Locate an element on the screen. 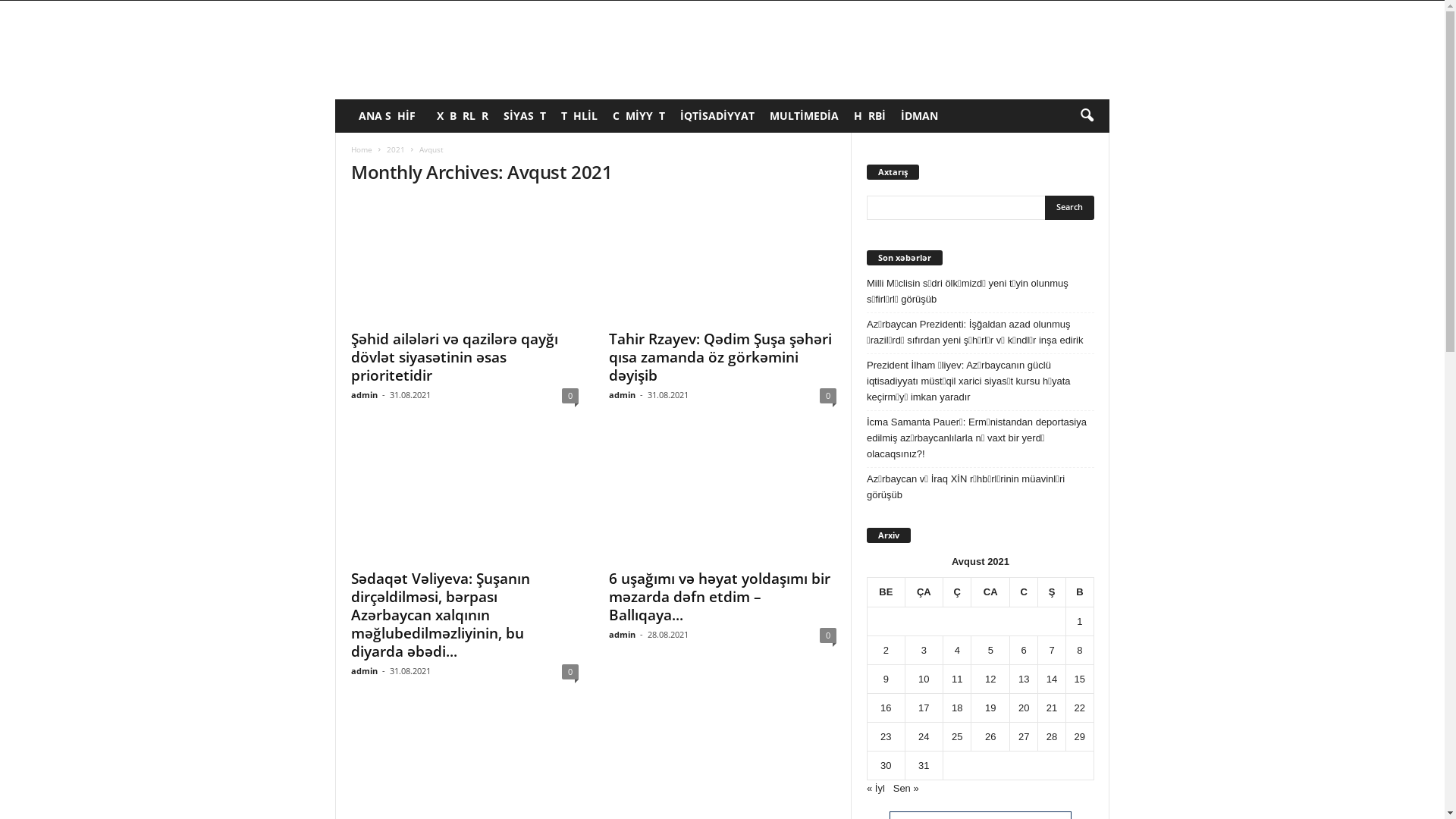 The width and height of the screenshot is (1456, 819). '2' is located at coordinates (886, 649).